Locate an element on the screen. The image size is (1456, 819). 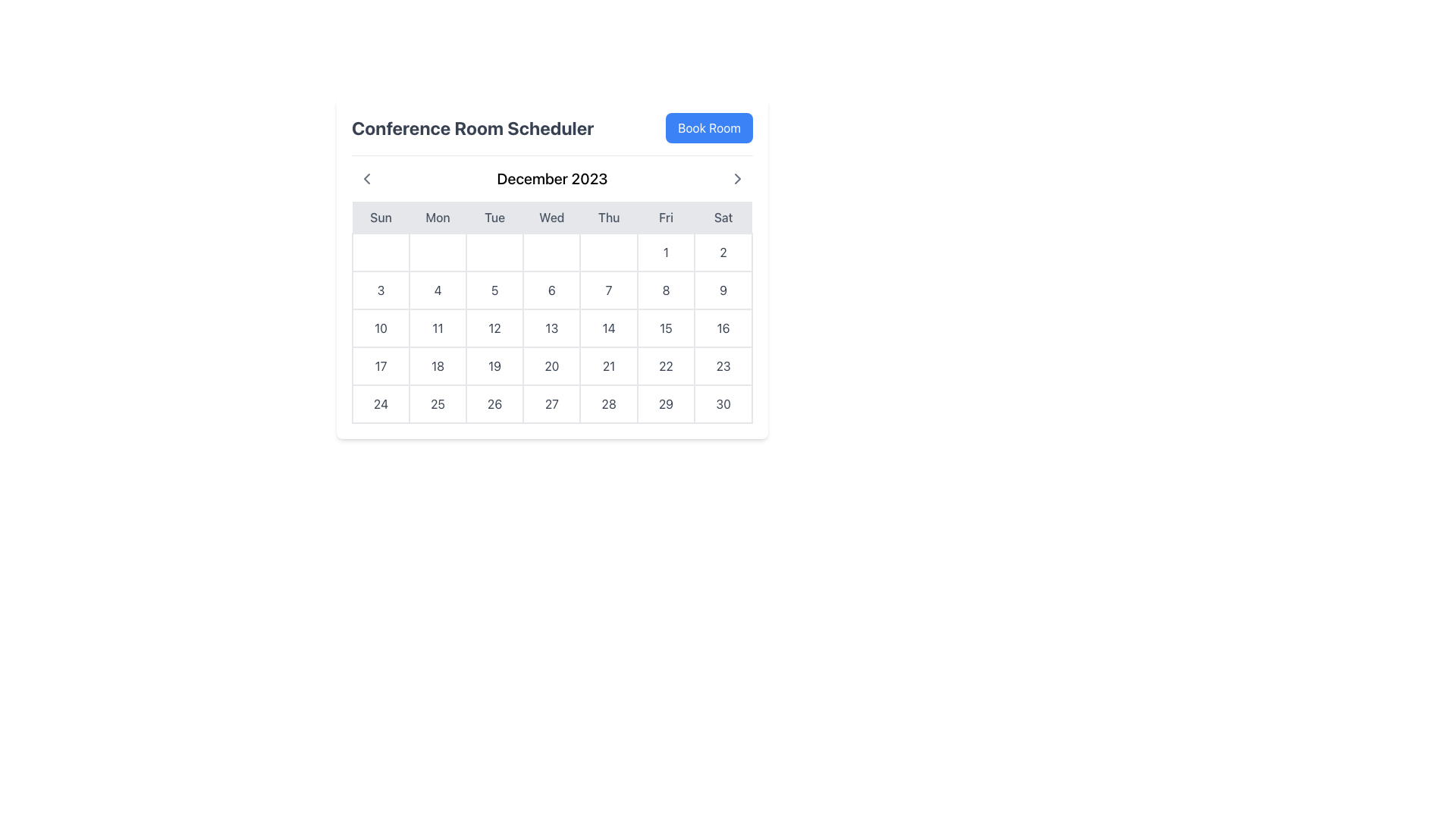
text element that denotes the column of dates corresponding to Sundays in the top-left corner of the calendar layout is located at coordinates (381, 218).